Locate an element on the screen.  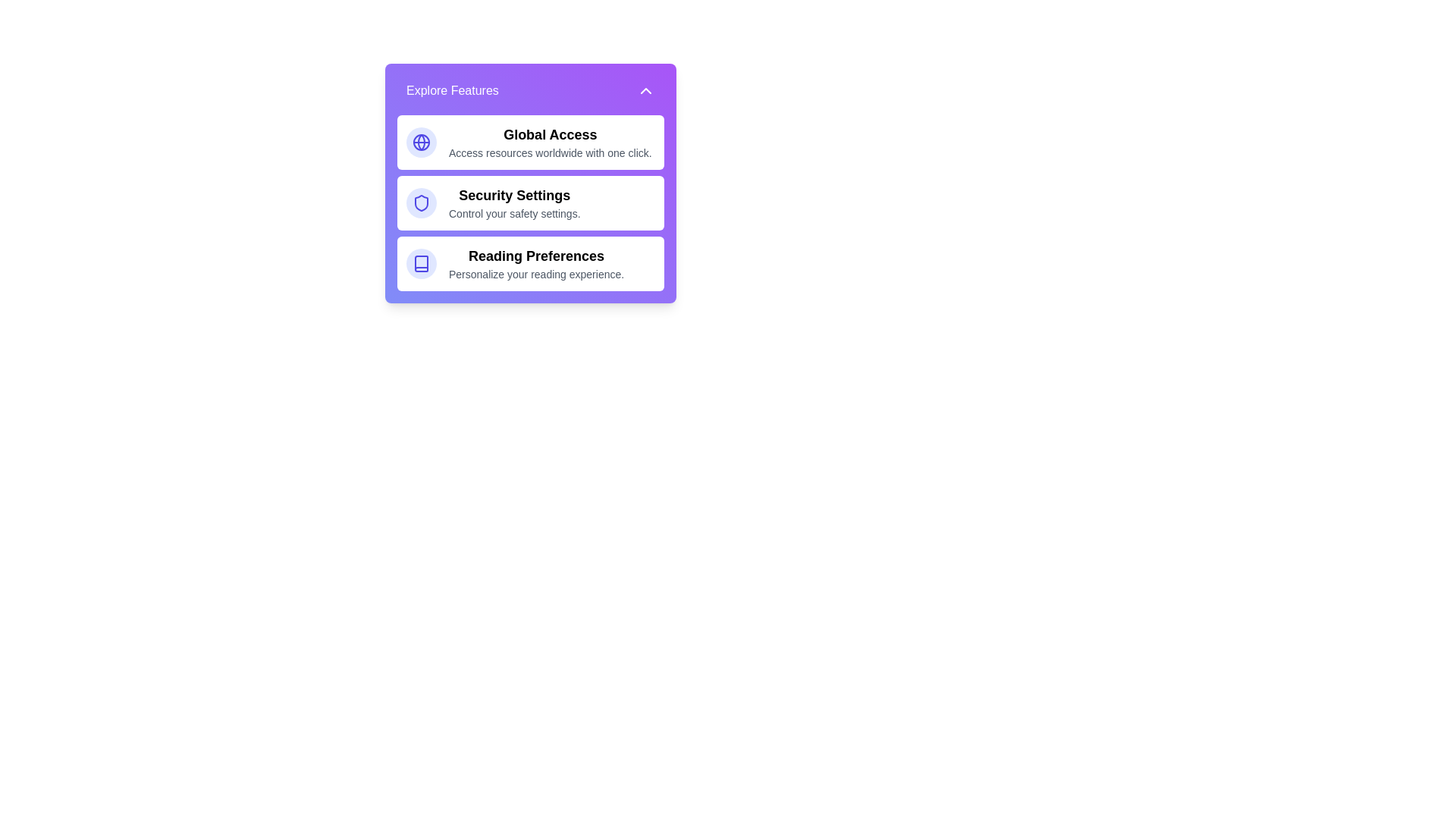
the 'Global Access' feature information panel located in the purple panel is located at coordinates (549, 143).